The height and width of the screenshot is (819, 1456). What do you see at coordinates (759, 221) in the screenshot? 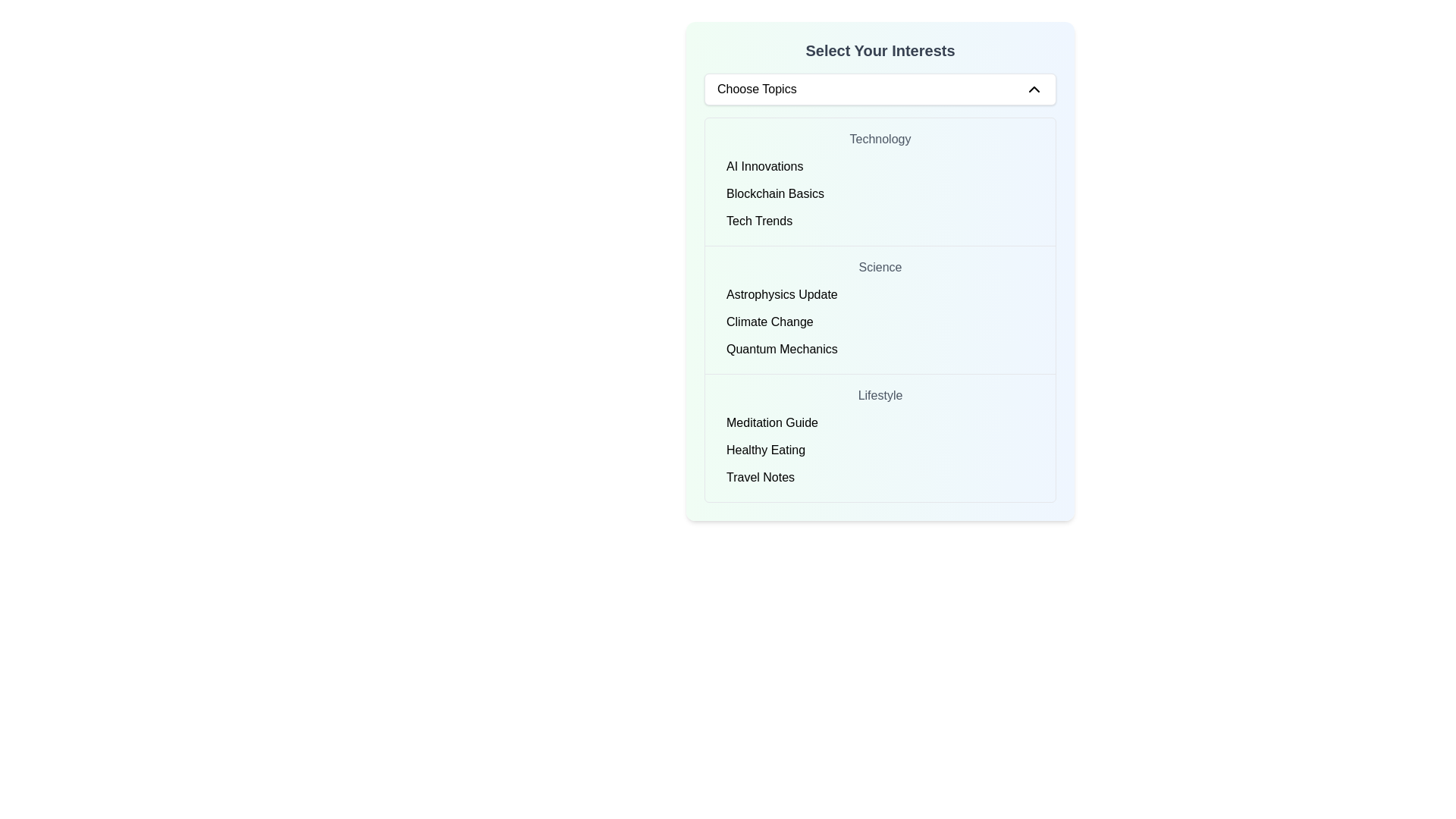
I see `the third Text label in the 'Technology' category of the 'Select Your Interests' list` at bounding box center [759, 221].